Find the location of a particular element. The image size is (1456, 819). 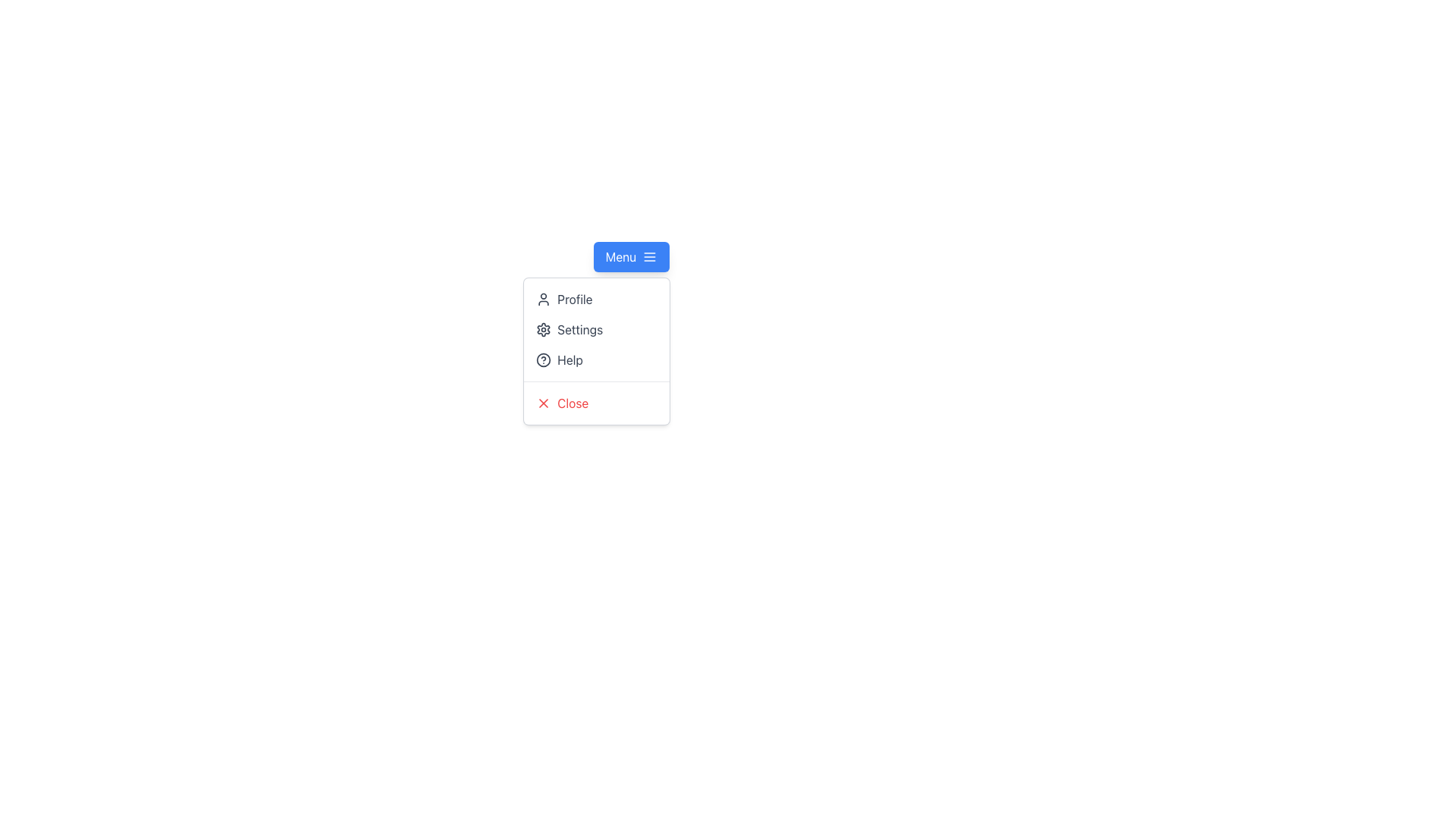

the small, red, cross-shaped icon in the dropdown menu labeled 'Close', which is the last item in the vertical list of options is located at coordinates (544, 403).